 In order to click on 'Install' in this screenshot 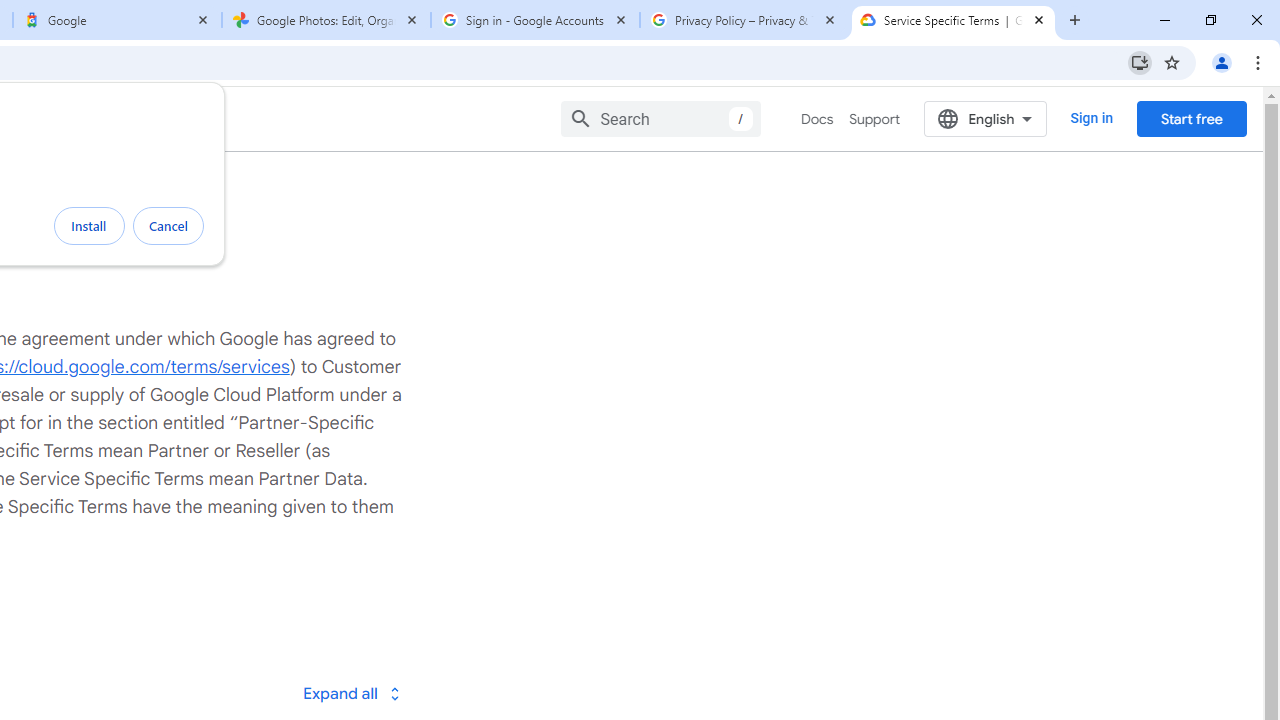, I will do `click(88, 225)`.